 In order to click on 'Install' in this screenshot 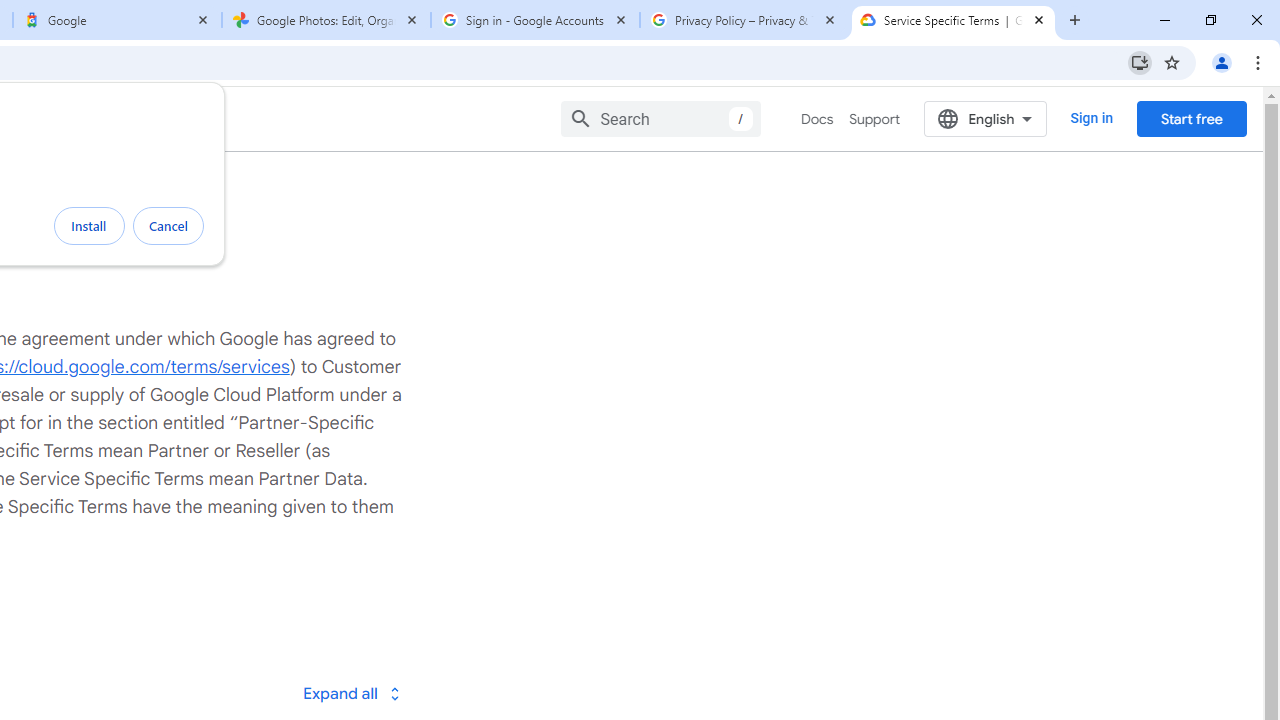, I will do `click(88, 225)`.